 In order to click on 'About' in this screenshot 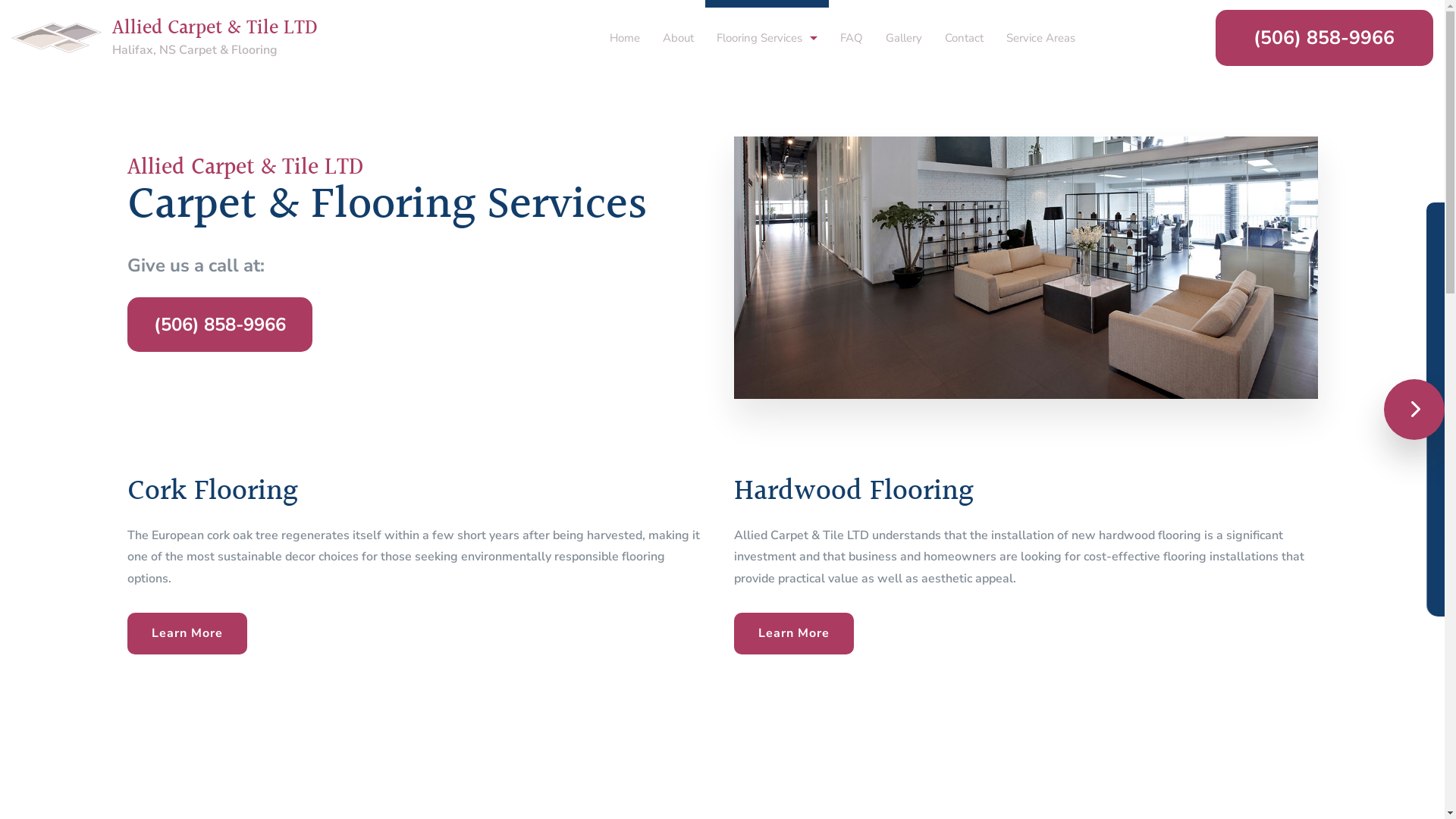, I will do `click(677, 27)`.